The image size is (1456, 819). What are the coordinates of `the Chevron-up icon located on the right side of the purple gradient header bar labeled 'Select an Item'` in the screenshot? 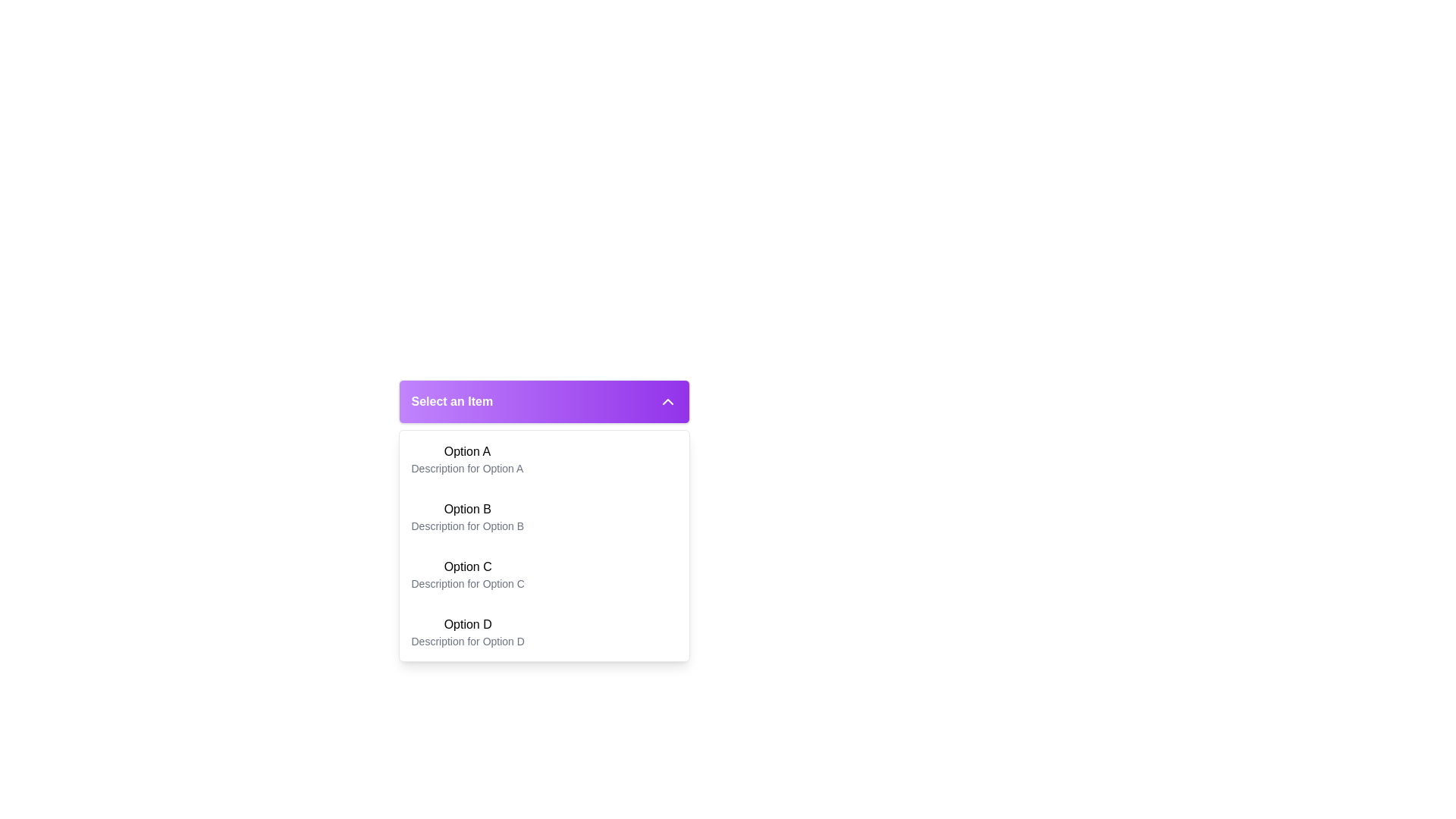 It's located at (667, 400).